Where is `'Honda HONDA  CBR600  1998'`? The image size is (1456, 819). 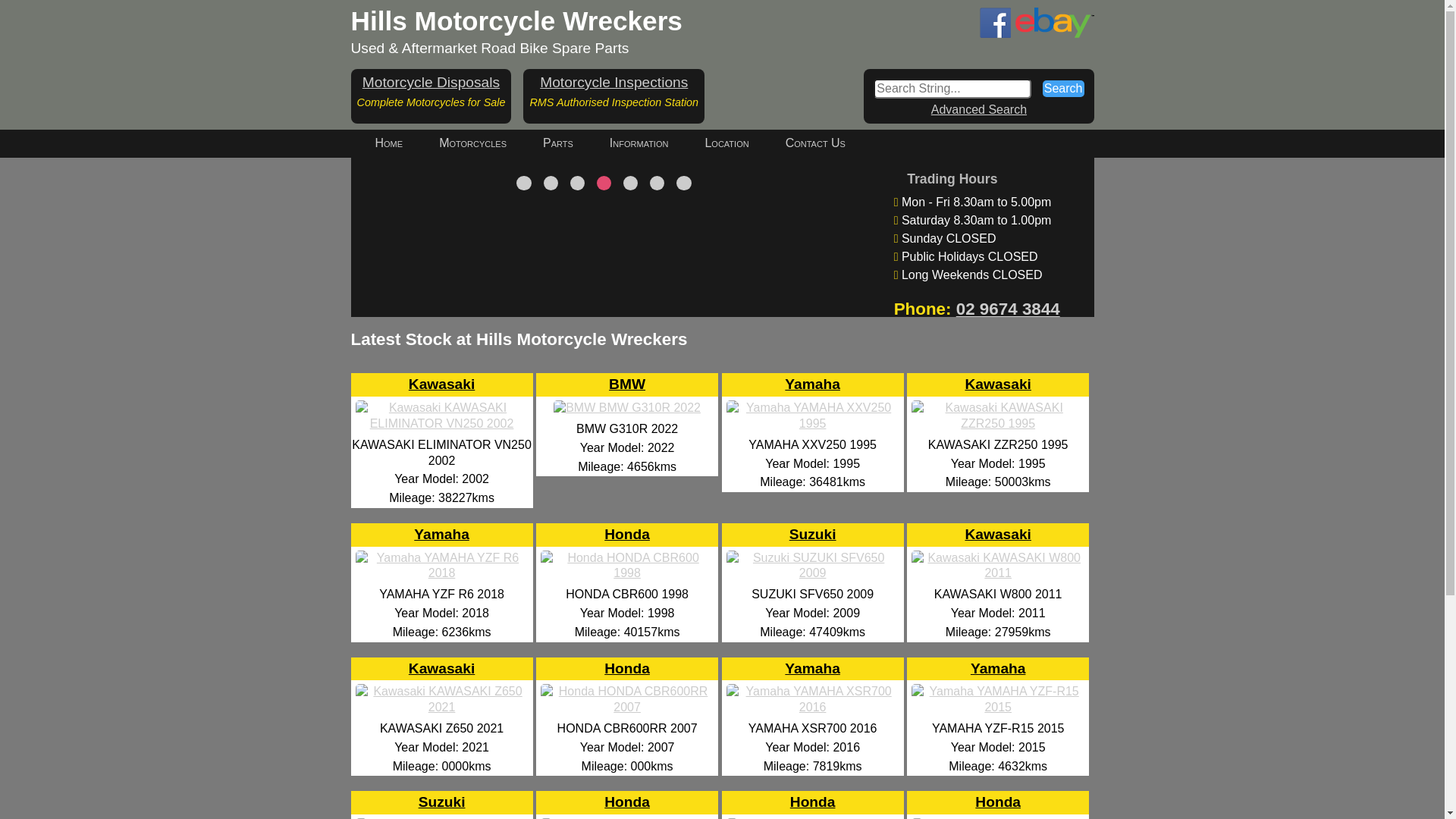 'Honda HONDA  CBR600  1998' is located at coordinates (626, 573).